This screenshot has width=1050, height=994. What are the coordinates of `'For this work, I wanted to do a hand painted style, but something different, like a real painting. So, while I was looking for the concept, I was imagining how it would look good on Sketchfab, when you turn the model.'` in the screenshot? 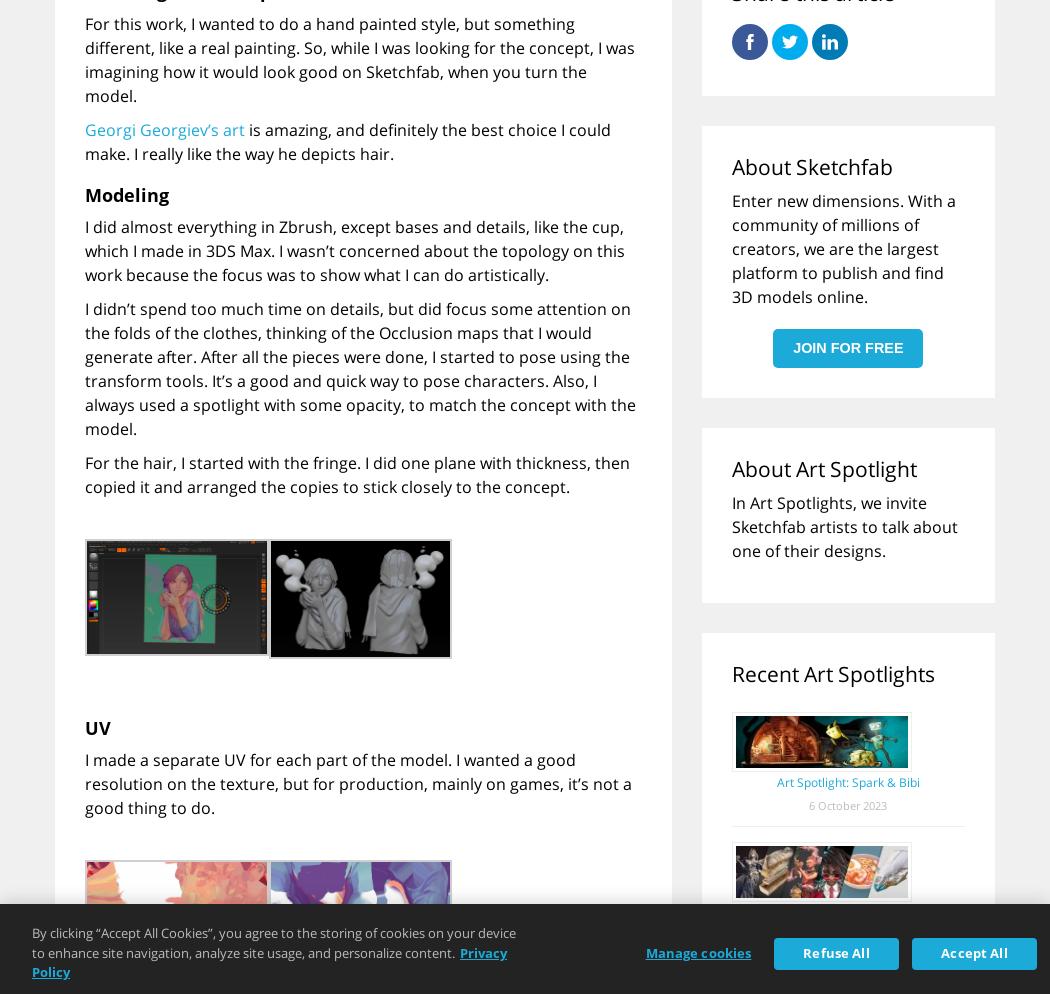 It's located at (359, 58).